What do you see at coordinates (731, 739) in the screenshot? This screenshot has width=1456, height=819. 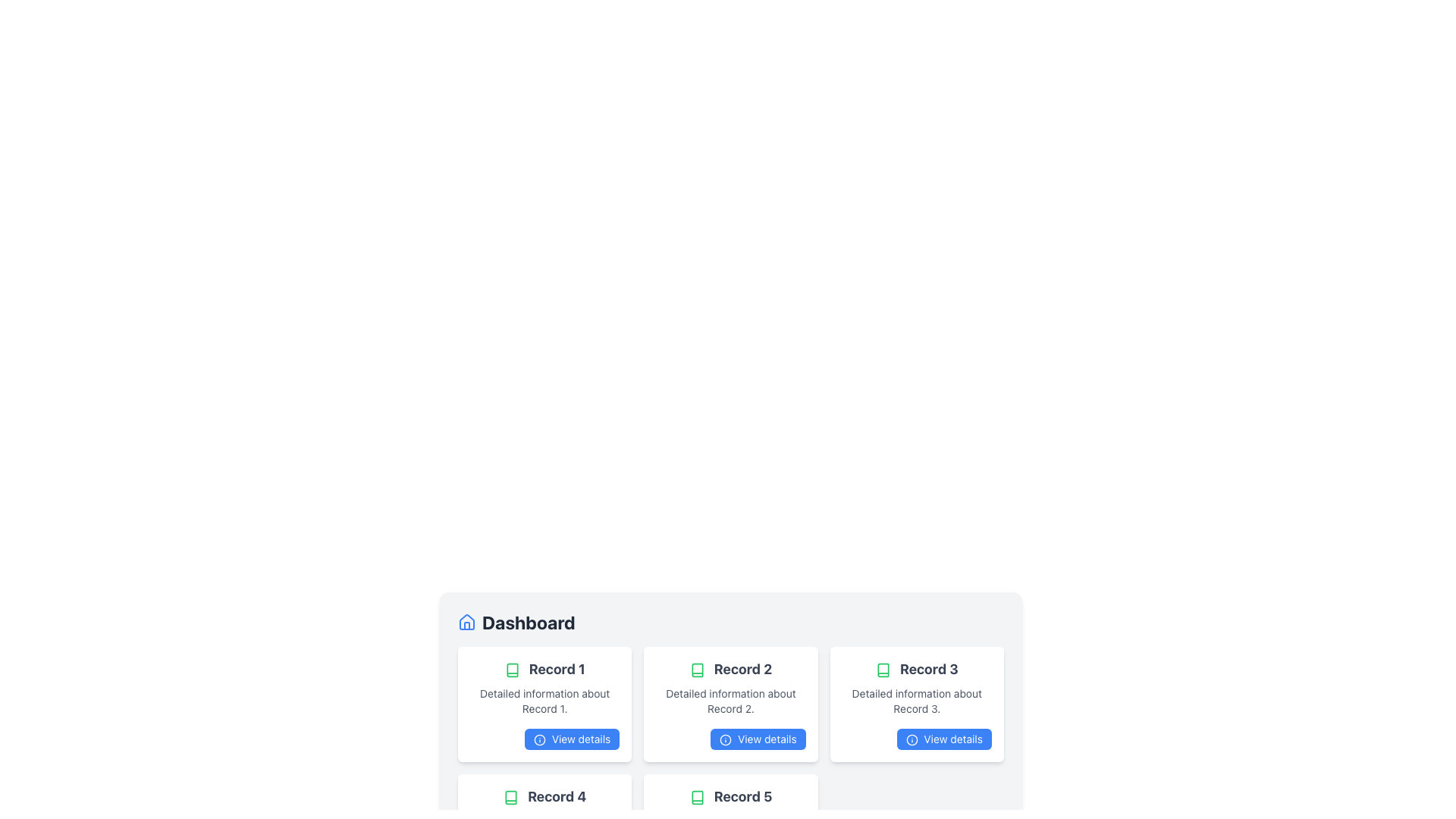 I see `the button that allows users` at bounding box center [731, 739].